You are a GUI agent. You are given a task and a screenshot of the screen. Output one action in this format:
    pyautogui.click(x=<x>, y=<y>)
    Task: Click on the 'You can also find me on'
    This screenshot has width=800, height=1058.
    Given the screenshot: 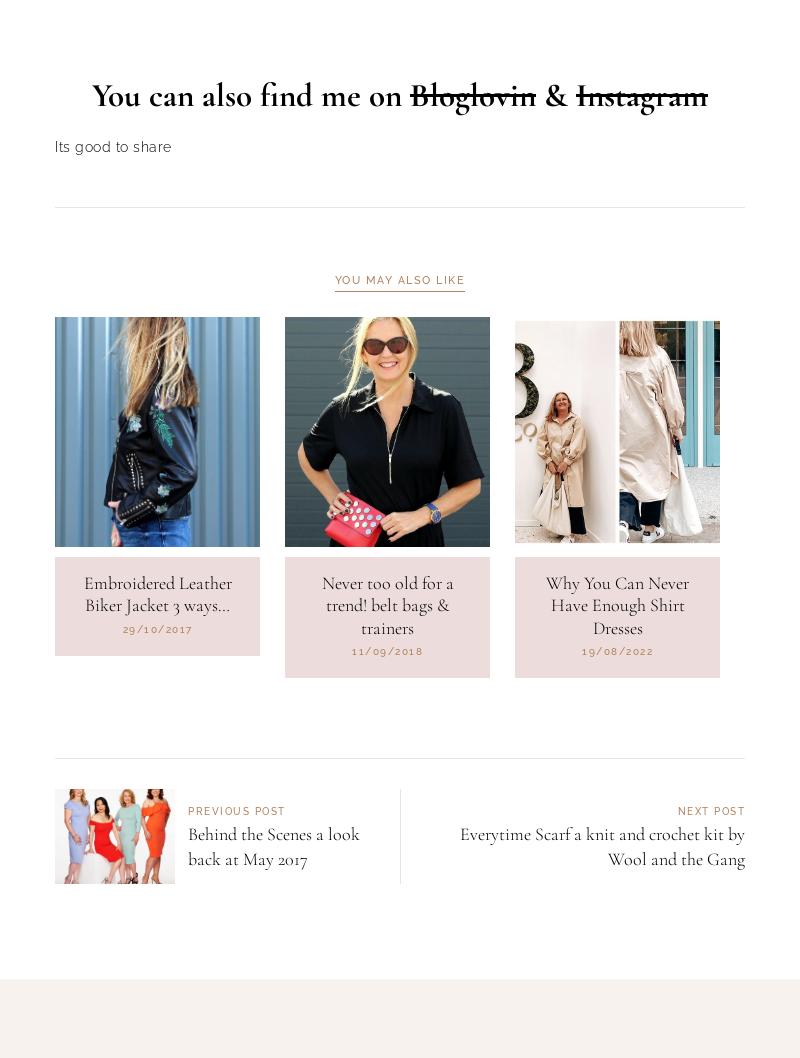 What is the action you would take?
    pyautogui.click(x=92, y=197)
    